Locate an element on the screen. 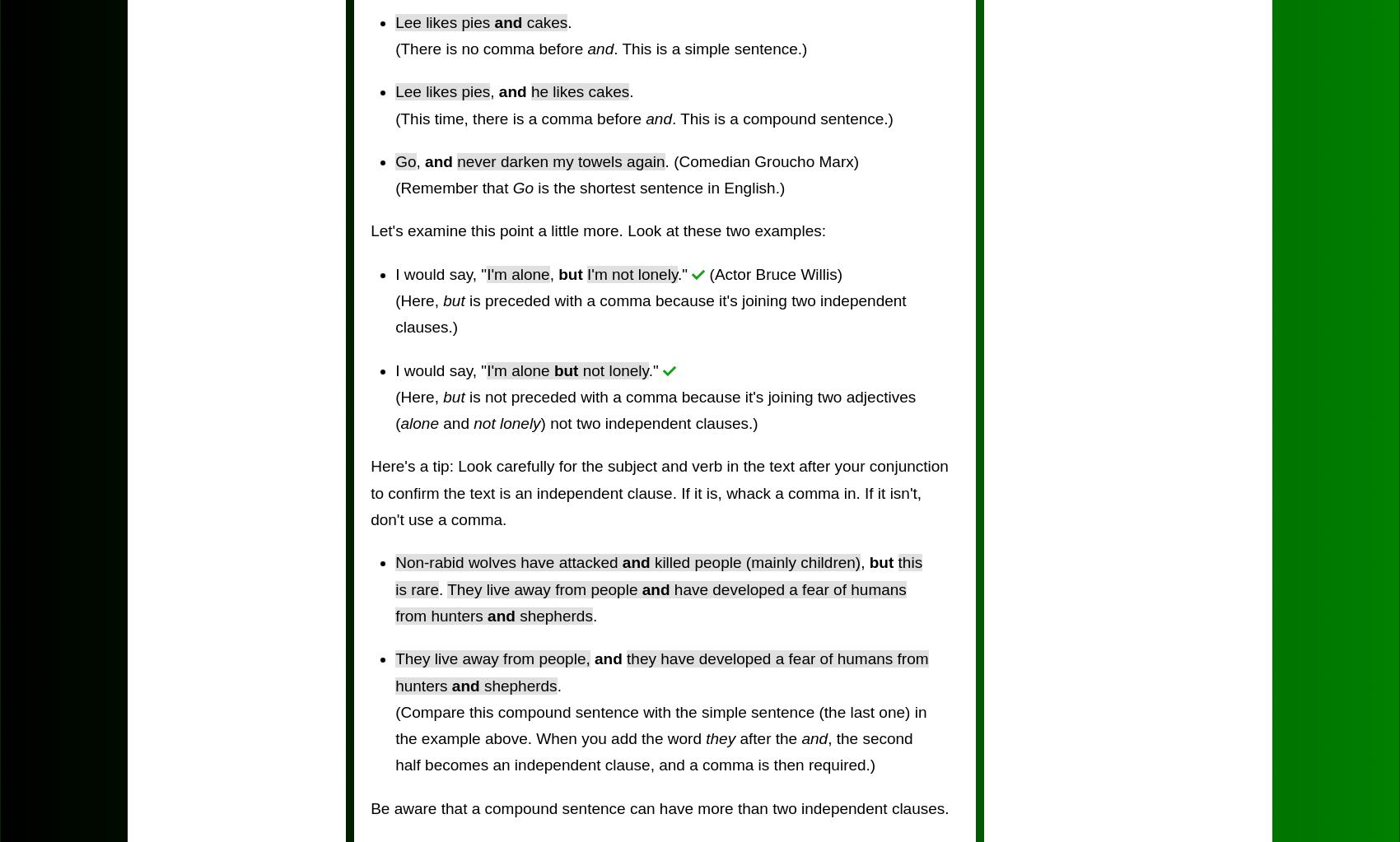 The width and height of the screenshot is (1400, 842). '. This is a compound sentence.)' is located at coordinates (670, 117).